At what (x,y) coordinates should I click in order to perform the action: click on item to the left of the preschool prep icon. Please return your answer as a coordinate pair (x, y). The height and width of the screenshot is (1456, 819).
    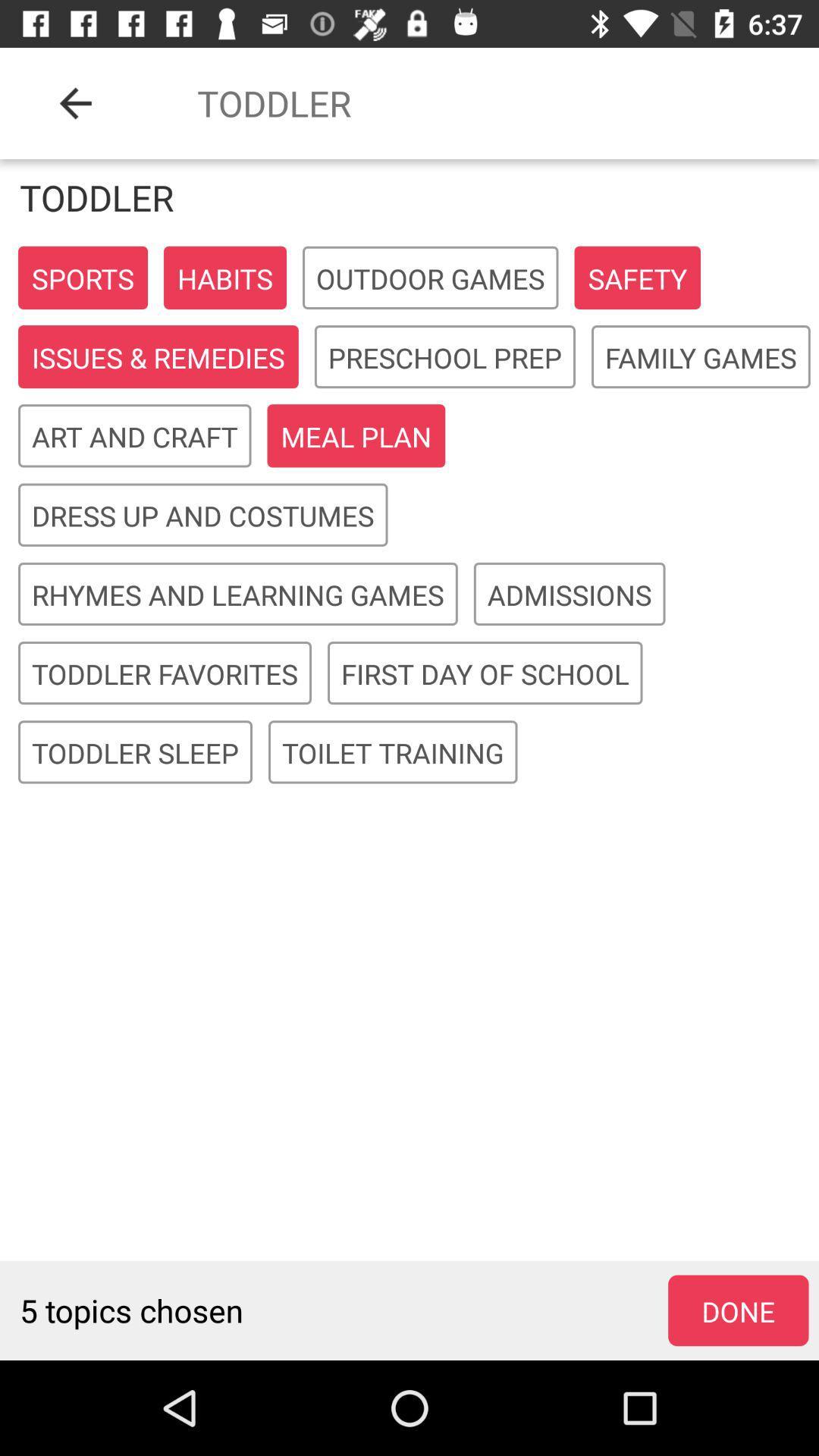
    Looking at the image, I should click on (158, 356).